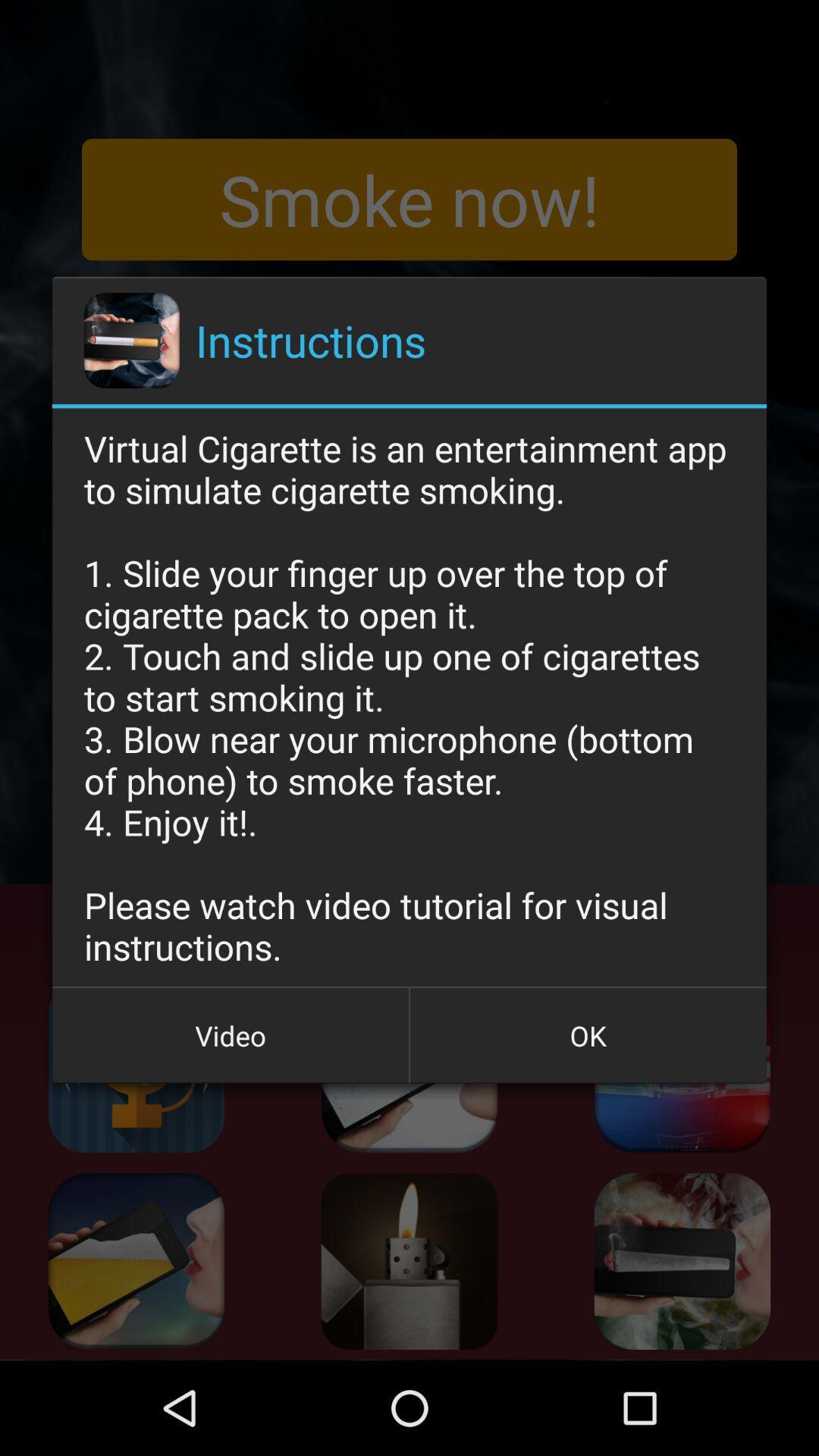 Image resolution: width=819 pixels, height=1456 pixels. Describe the element at coordinates (231, 1034) in the screenshot. I see `item to the left of the ok button` at that location.